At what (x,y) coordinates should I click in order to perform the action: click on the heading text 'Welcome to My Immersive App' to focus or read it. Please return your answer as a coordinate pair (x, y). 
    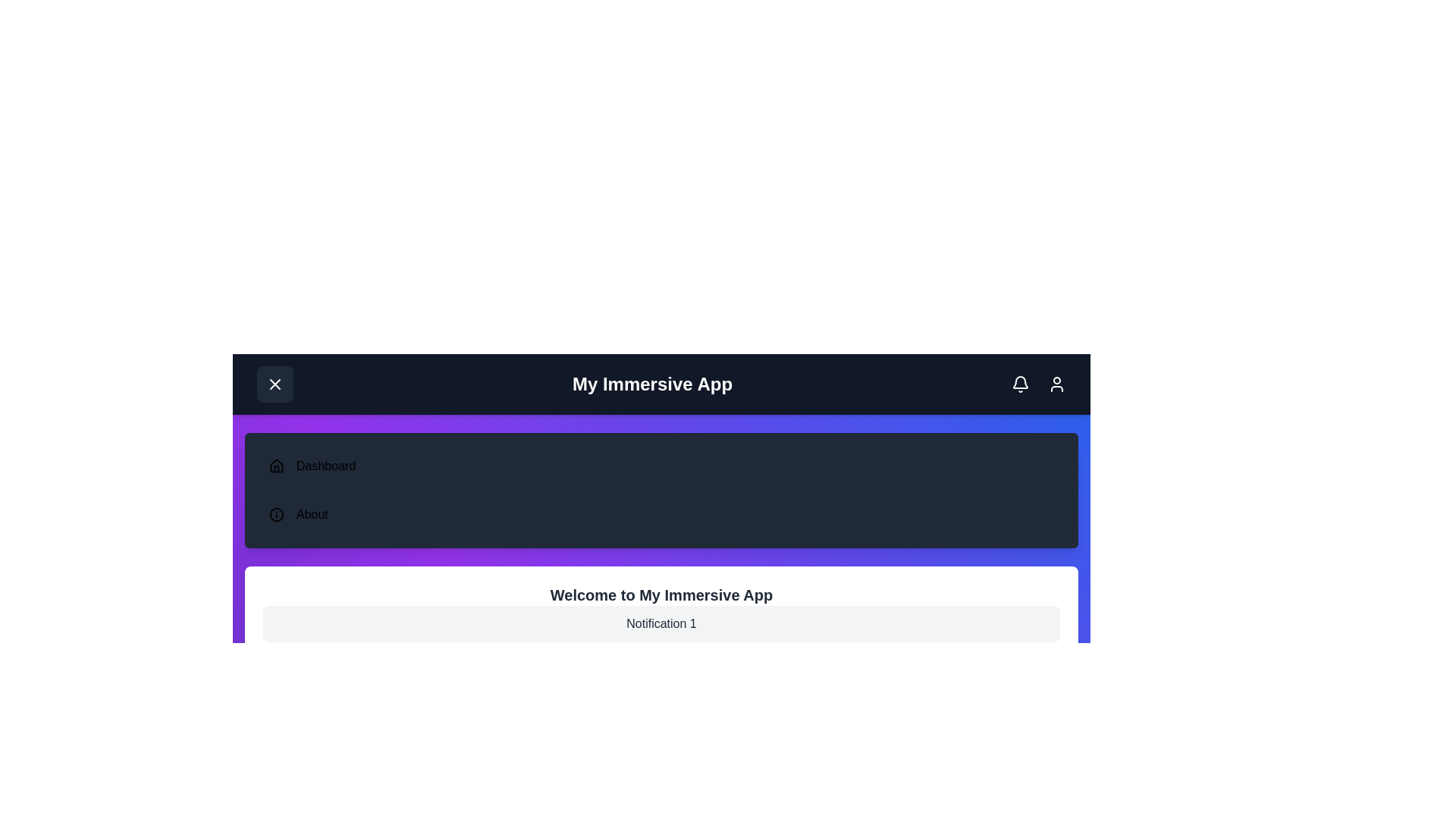
    Looking at the image, I should click on (661, 595).